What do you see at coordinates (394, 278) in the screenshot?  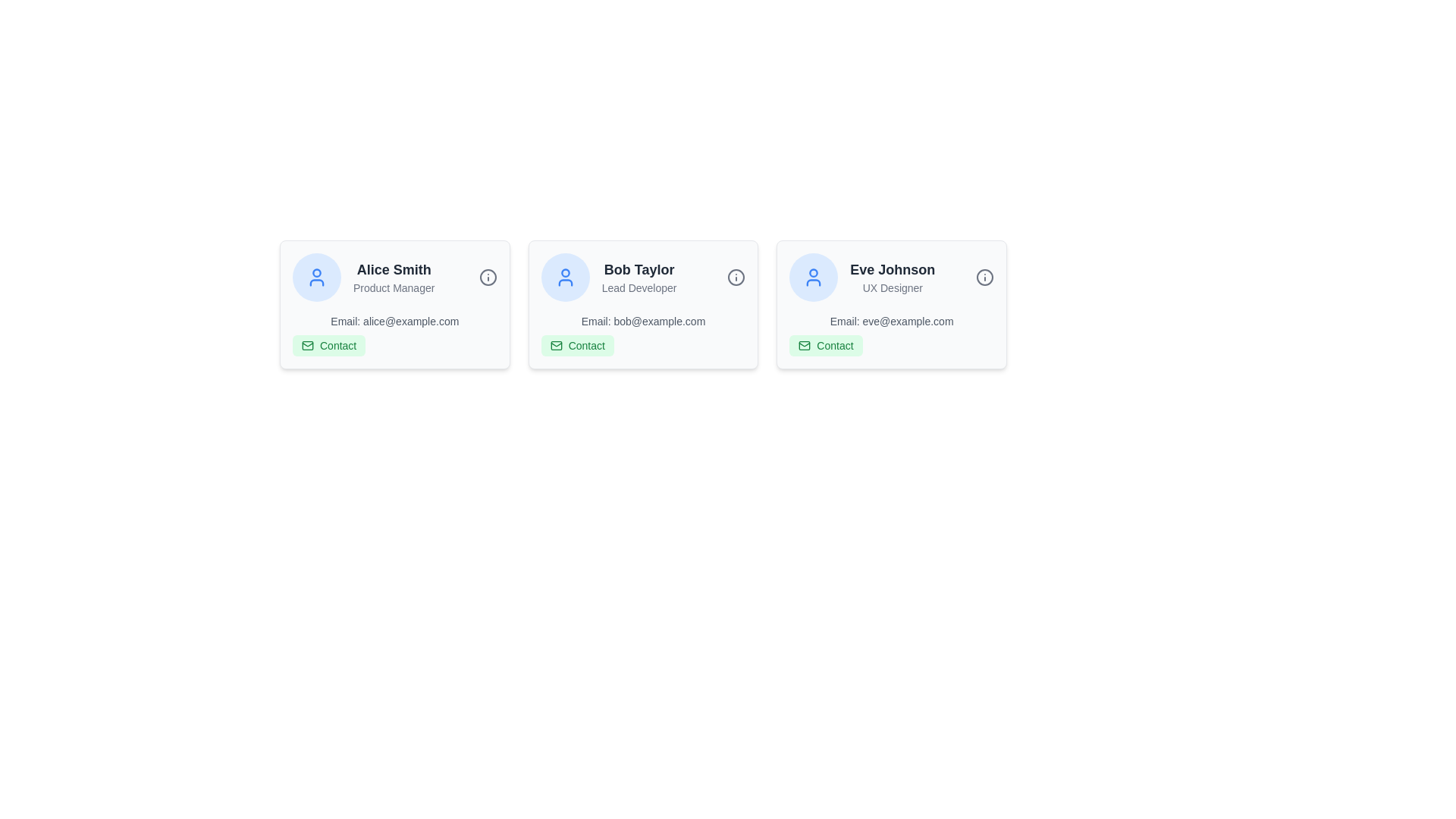 I see `text displayed for 'Alice Smith', who is a 'Product Manager', in the top portion of the first card from the left` at bounding box center [394, 278].